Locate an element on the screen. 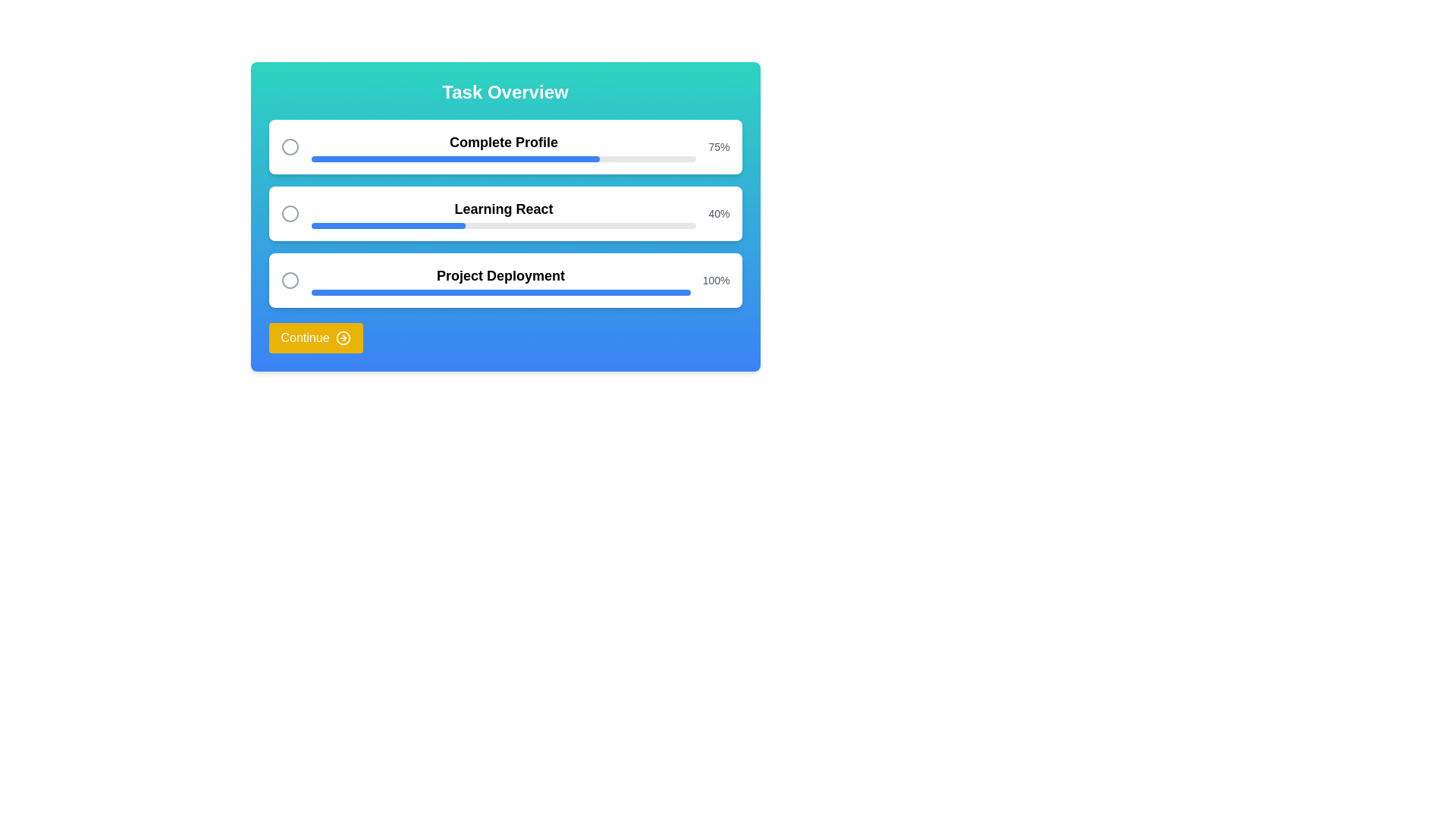 This screenshot has width=1456, height=819. the circular icon associated with the task 'Learning React' is located at coordinates (290, 213).